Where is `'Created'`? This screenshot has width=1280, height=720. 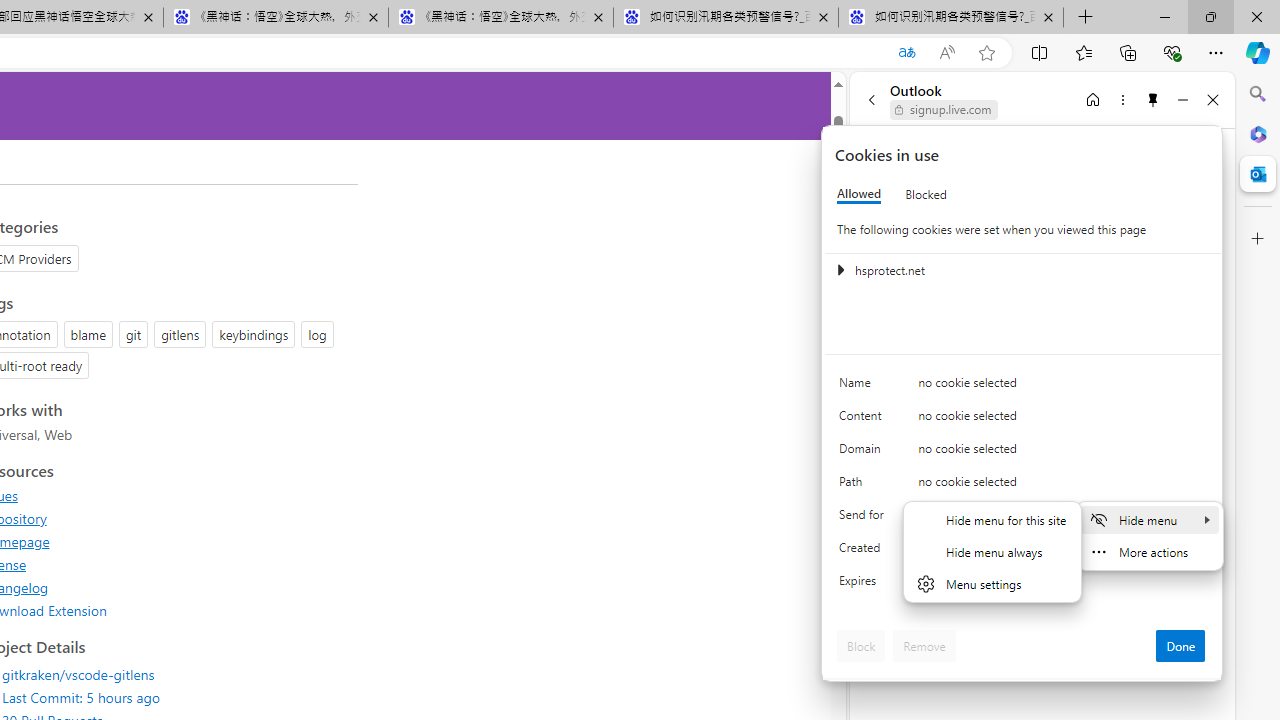 'Created' is located at coordinates (865, 552).